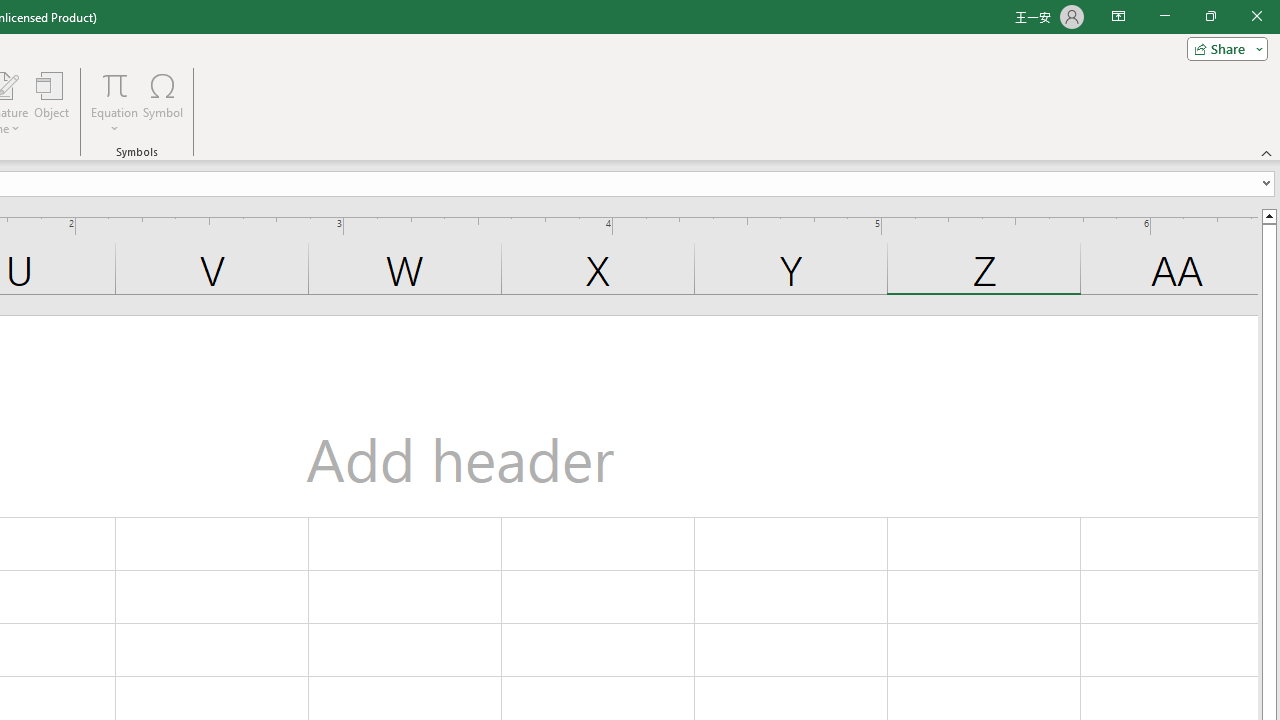 The height and width of the screenshot is (720, 1280). I want to click on 'Equation', so click(114, 103).